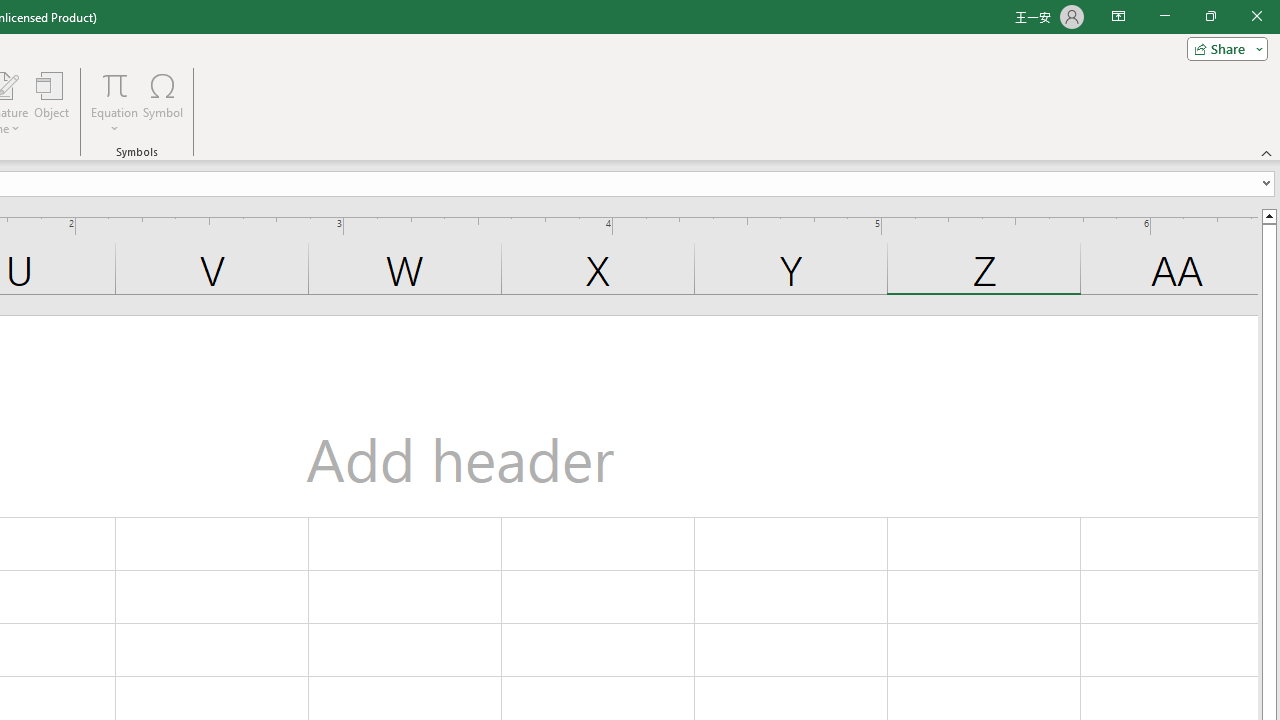 The height and width of the screenshot is (720, 1280). I want to click on 'Equation', so click(114, 103).